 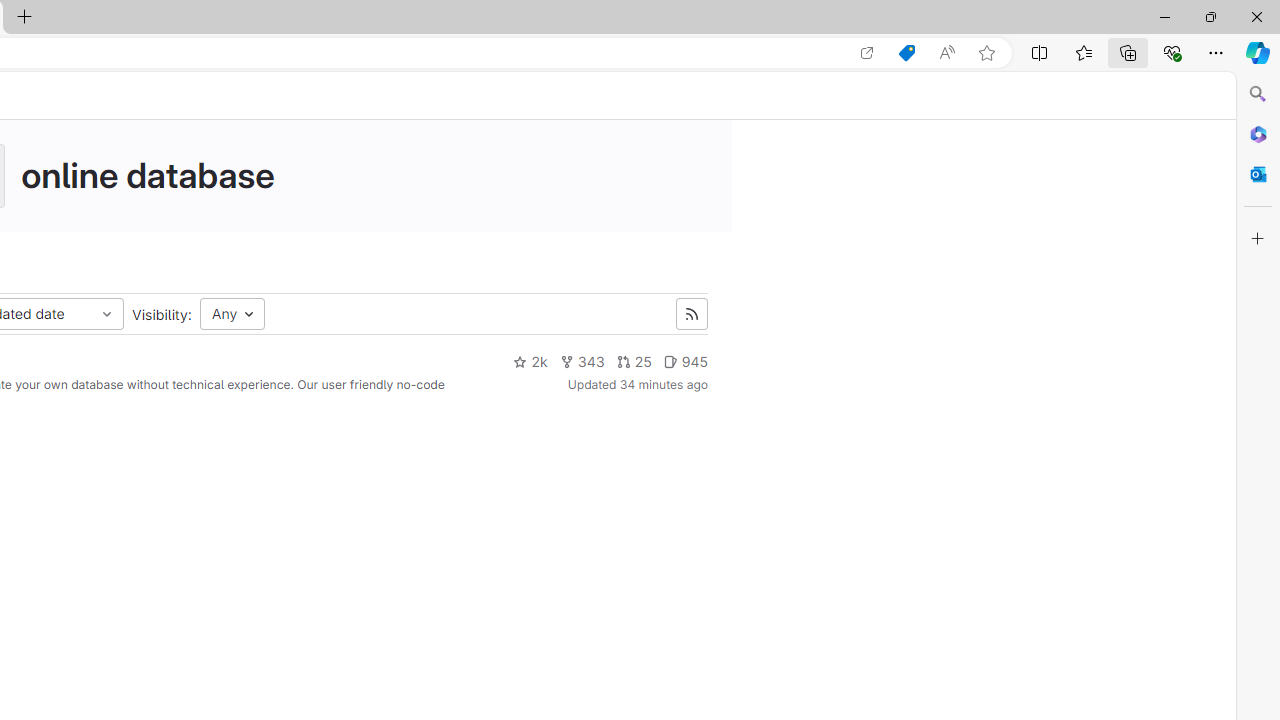 I want to click on 'Class: s14 gl-mr-2', so click(x=670, y=361).